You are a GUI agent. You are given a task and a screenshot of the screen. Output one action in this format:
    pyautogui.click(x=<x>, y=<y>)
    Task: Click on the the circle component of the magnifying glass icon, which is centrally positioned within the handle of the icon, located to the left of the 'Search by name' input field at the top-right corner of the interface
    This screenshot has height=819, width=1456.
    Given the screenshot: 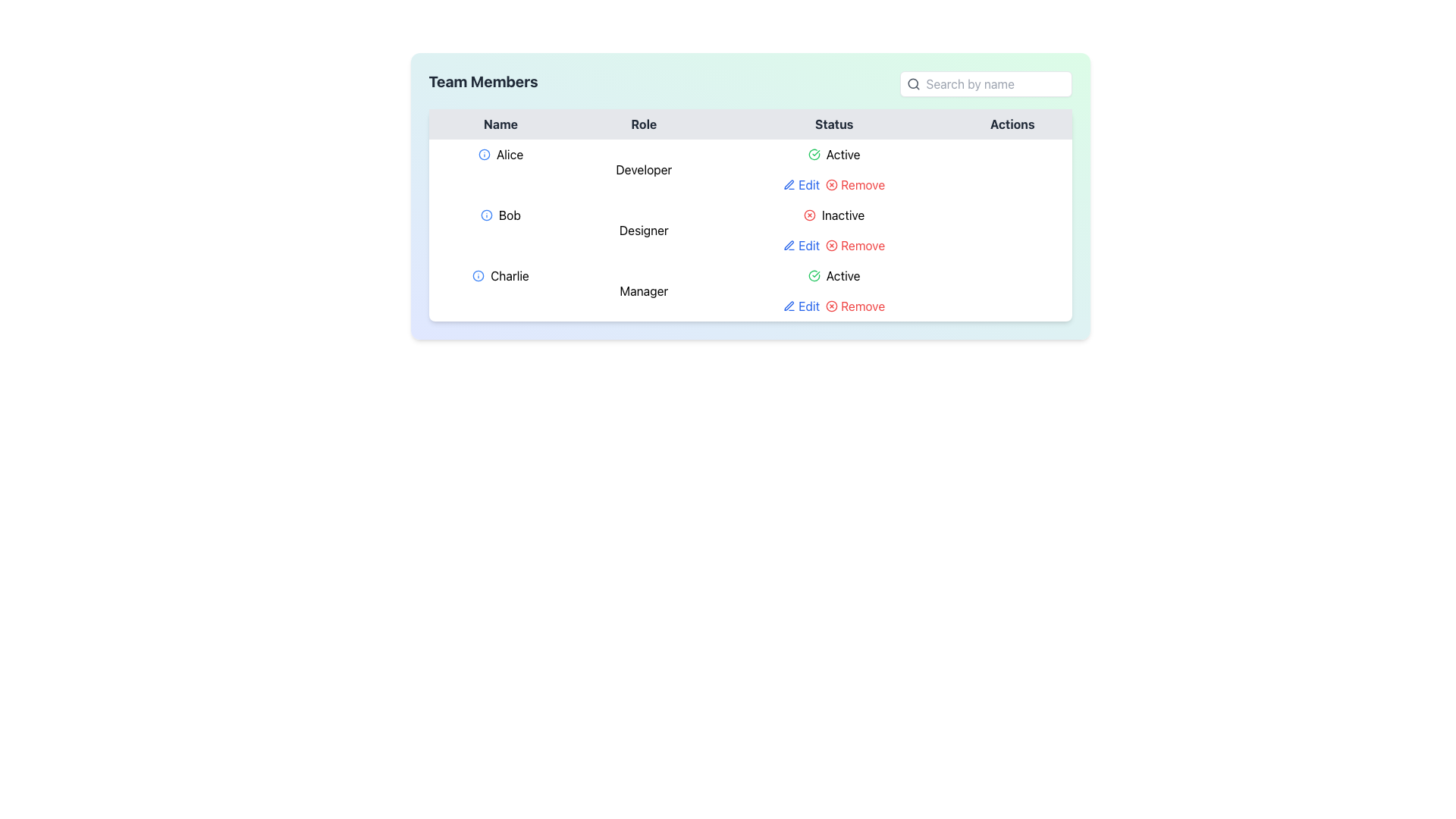 What is the action you would take?
    pyautogui.click(x=912, y=83)
    